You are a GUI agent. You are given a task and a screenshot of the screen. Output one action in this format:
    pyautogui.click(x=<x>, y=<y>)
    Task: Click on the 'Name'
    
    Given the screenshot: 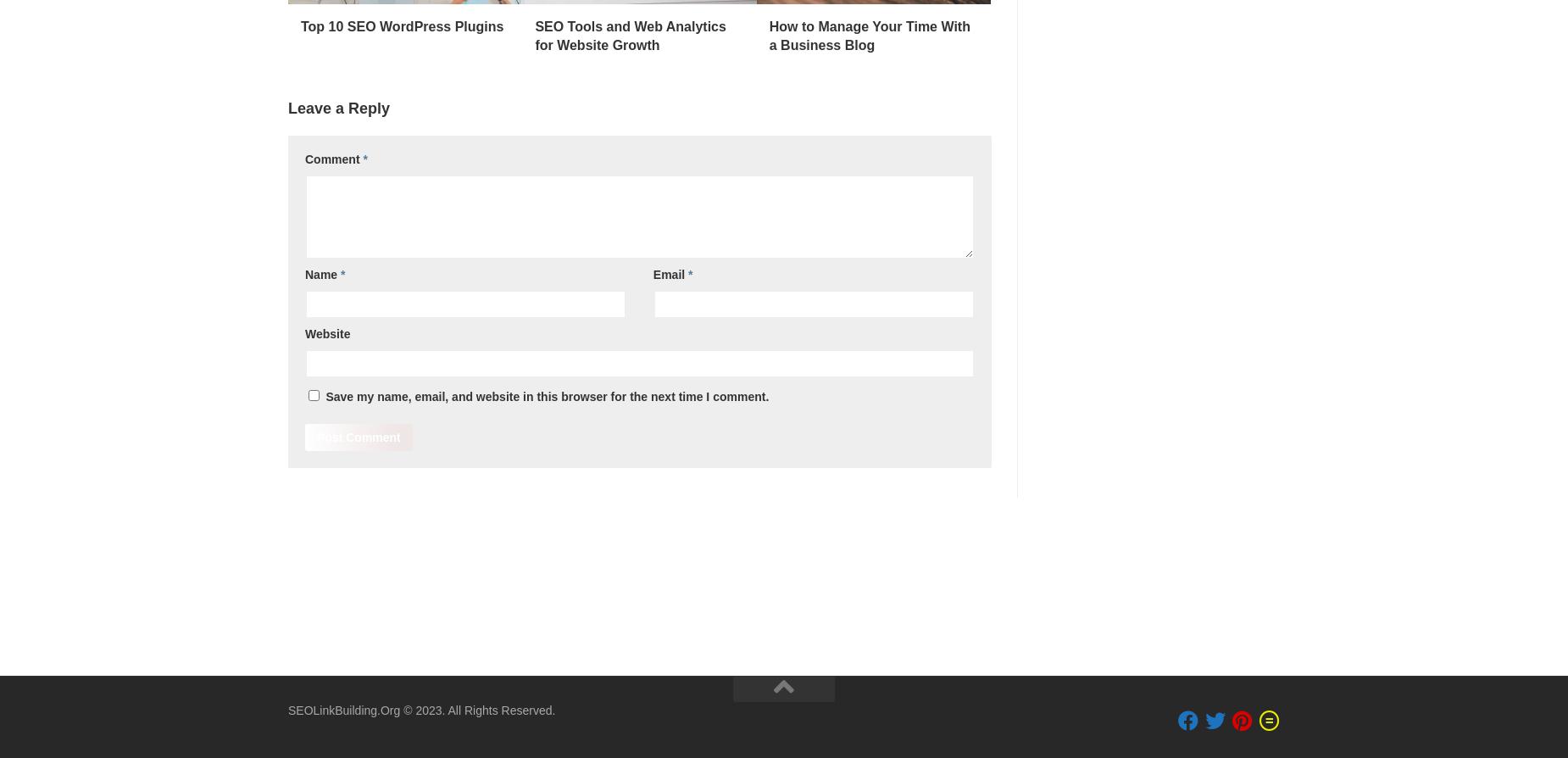 What is the action you would take?
    pyautogui.click(x=321, y=273)
    